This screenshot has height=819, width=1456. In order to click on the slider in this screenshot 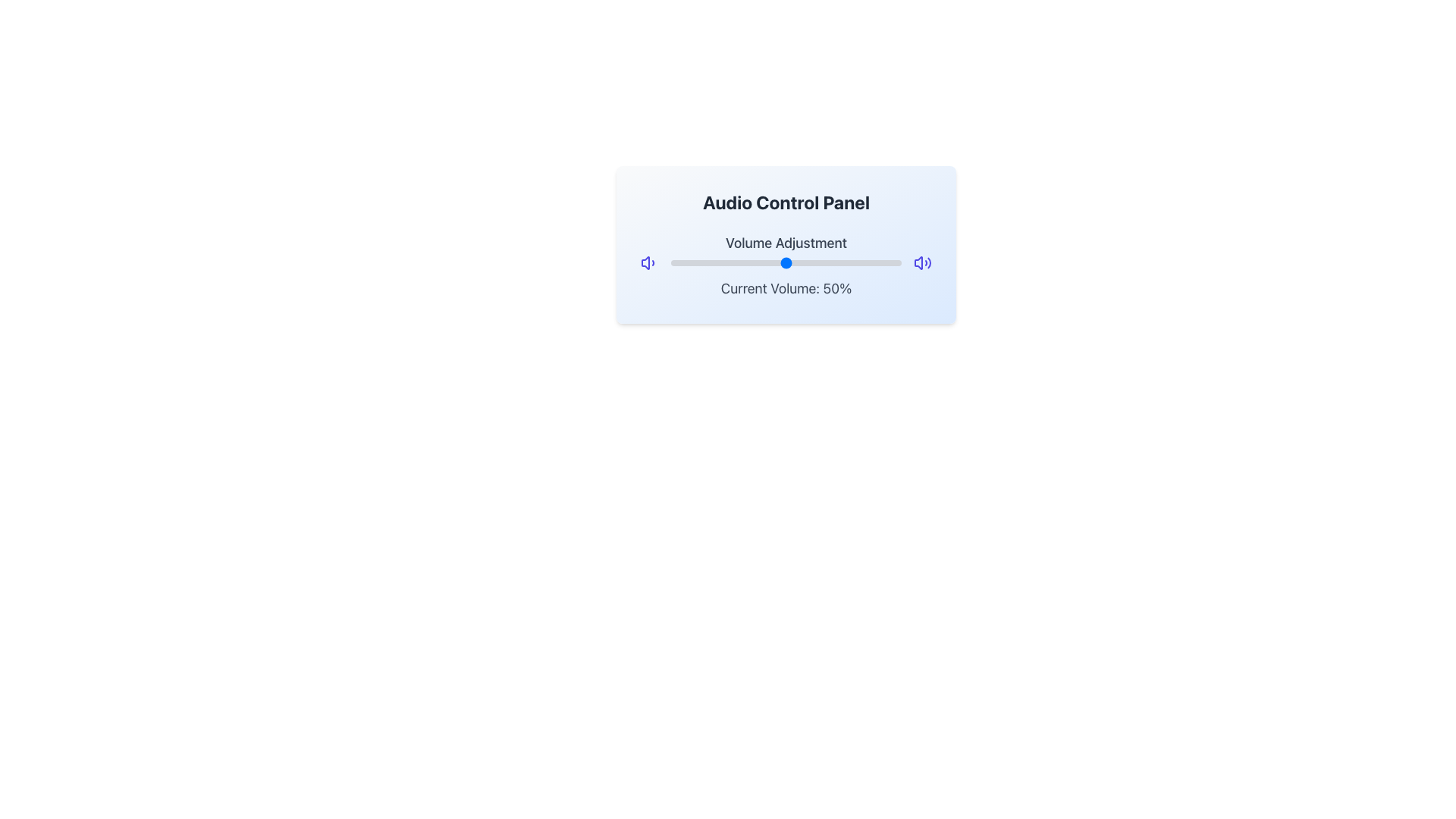, I will do `click(853, 262)`.